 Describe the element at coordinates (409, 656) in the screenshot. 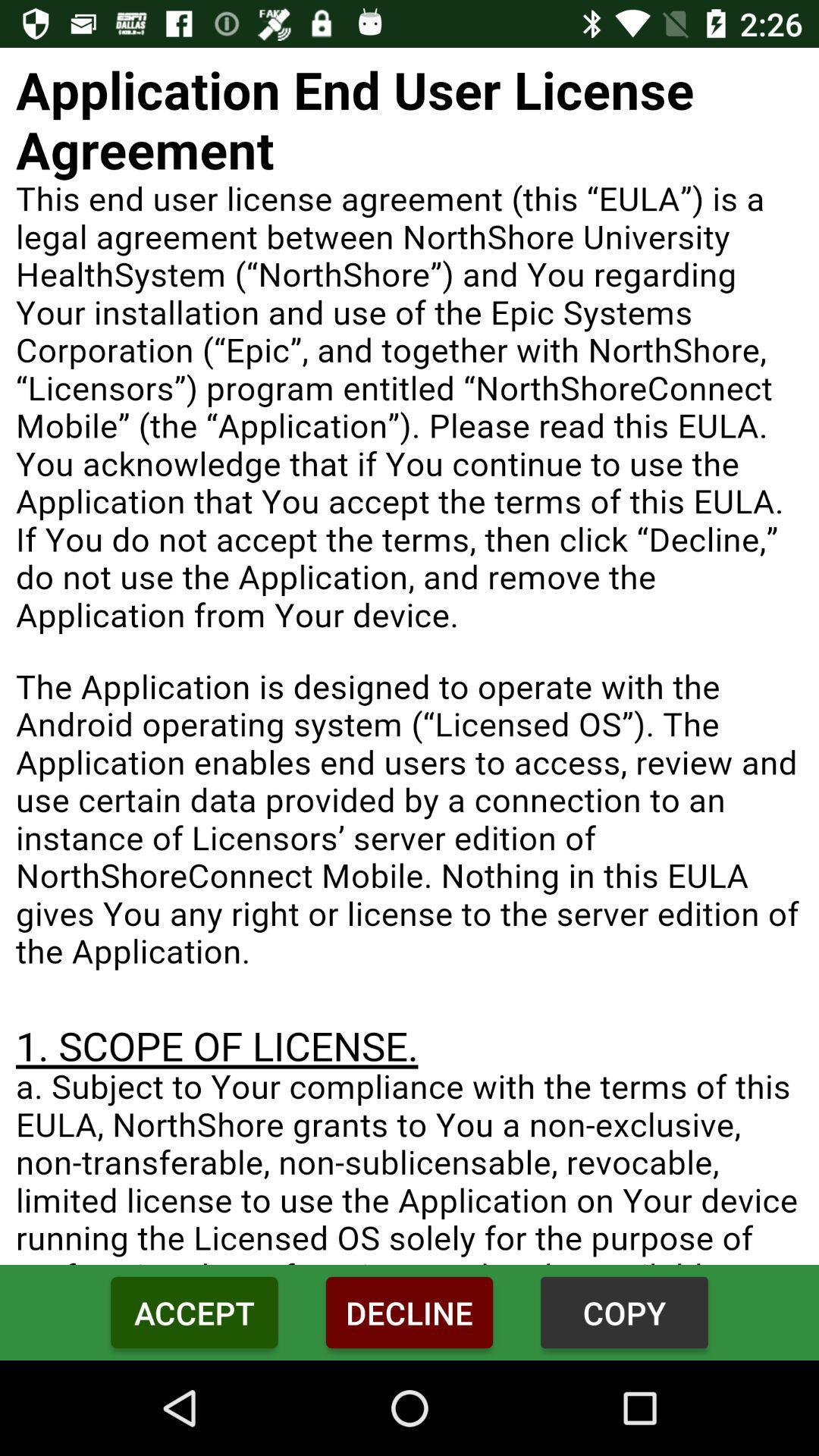

I see `license agreement` at that location.